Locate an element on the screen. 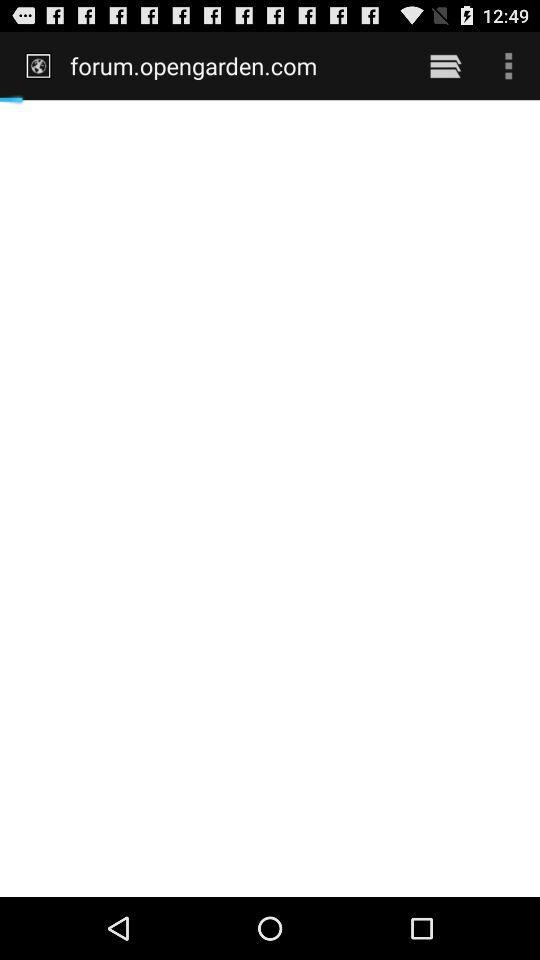 The image size is (540, 960). forum.opengarden.com is located at coordinates (235, 65).